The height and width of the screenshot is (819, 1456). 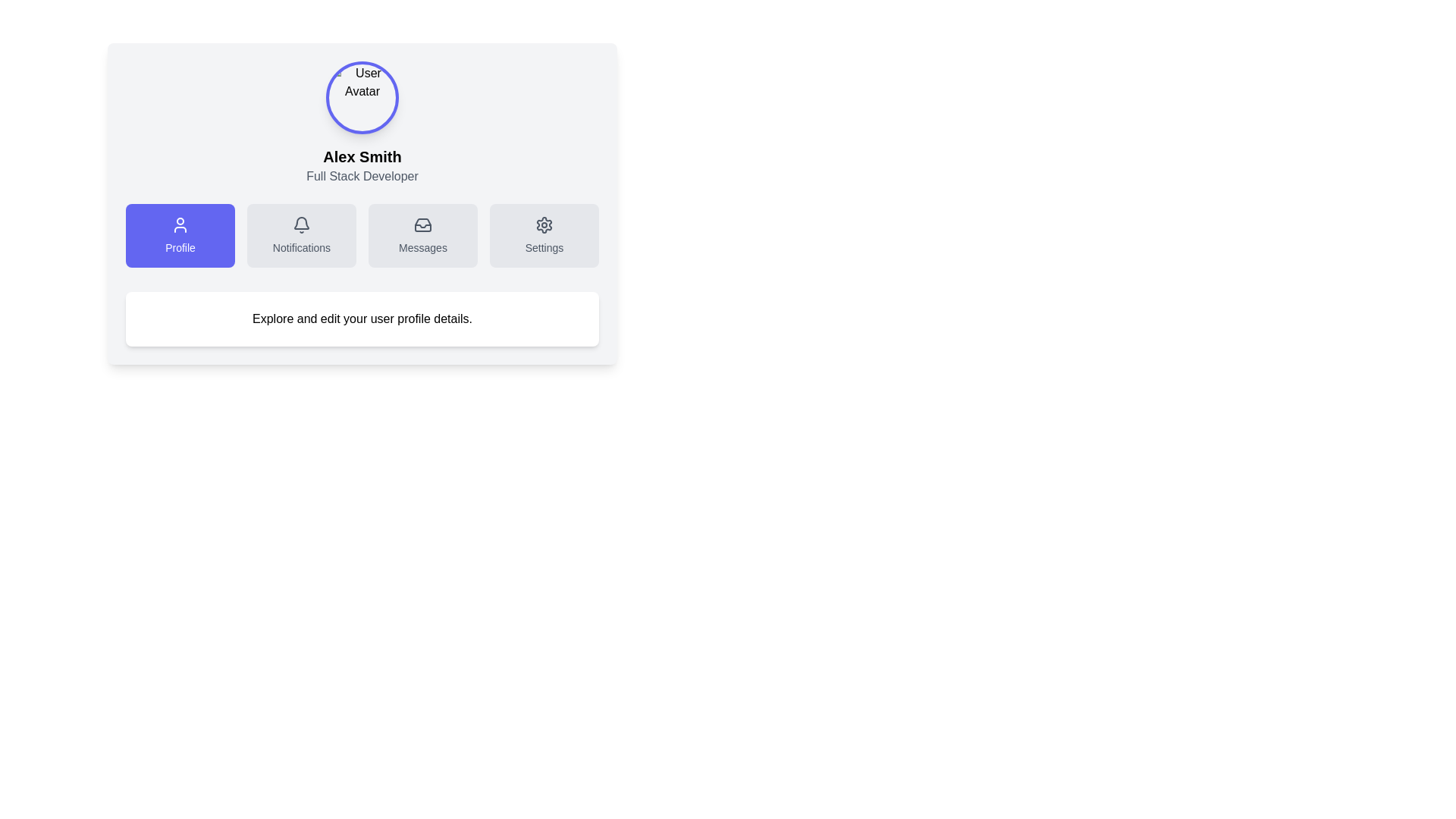 I want to click on the person icon, which is a white stroke SVG graphic with a transparent fill, located within the 'Profile' button in the top-left quadrant of the navigation menu, so click(x=180, y=225).